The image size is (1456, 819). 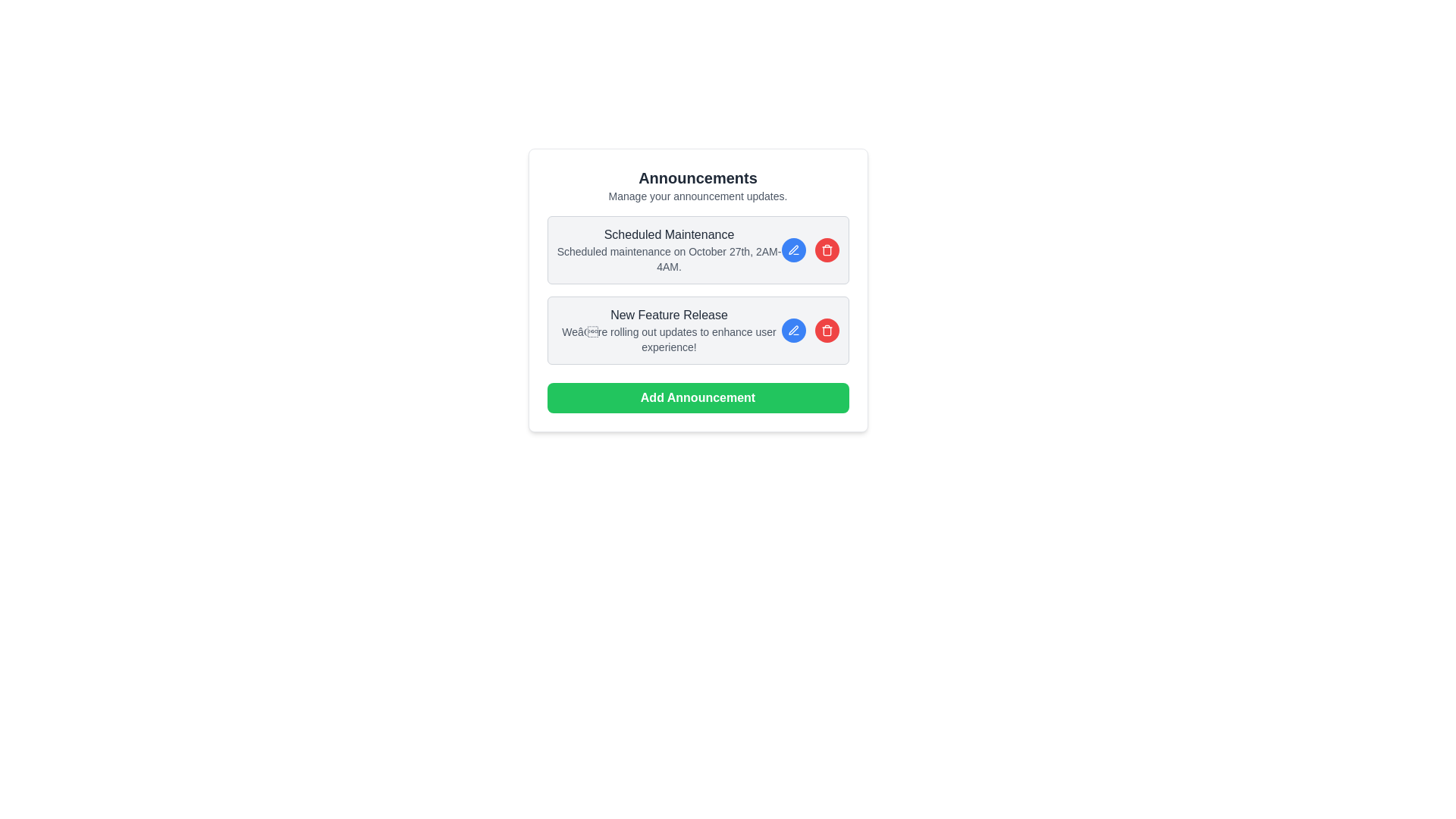 What do you see at coordinates (792, 249) in the screenshot?
I see `the pen icon inside the blue circular button used for editing, located on the right side of the 'Scheduled Maintenance' announcement section` at bounding box center [792, 249].